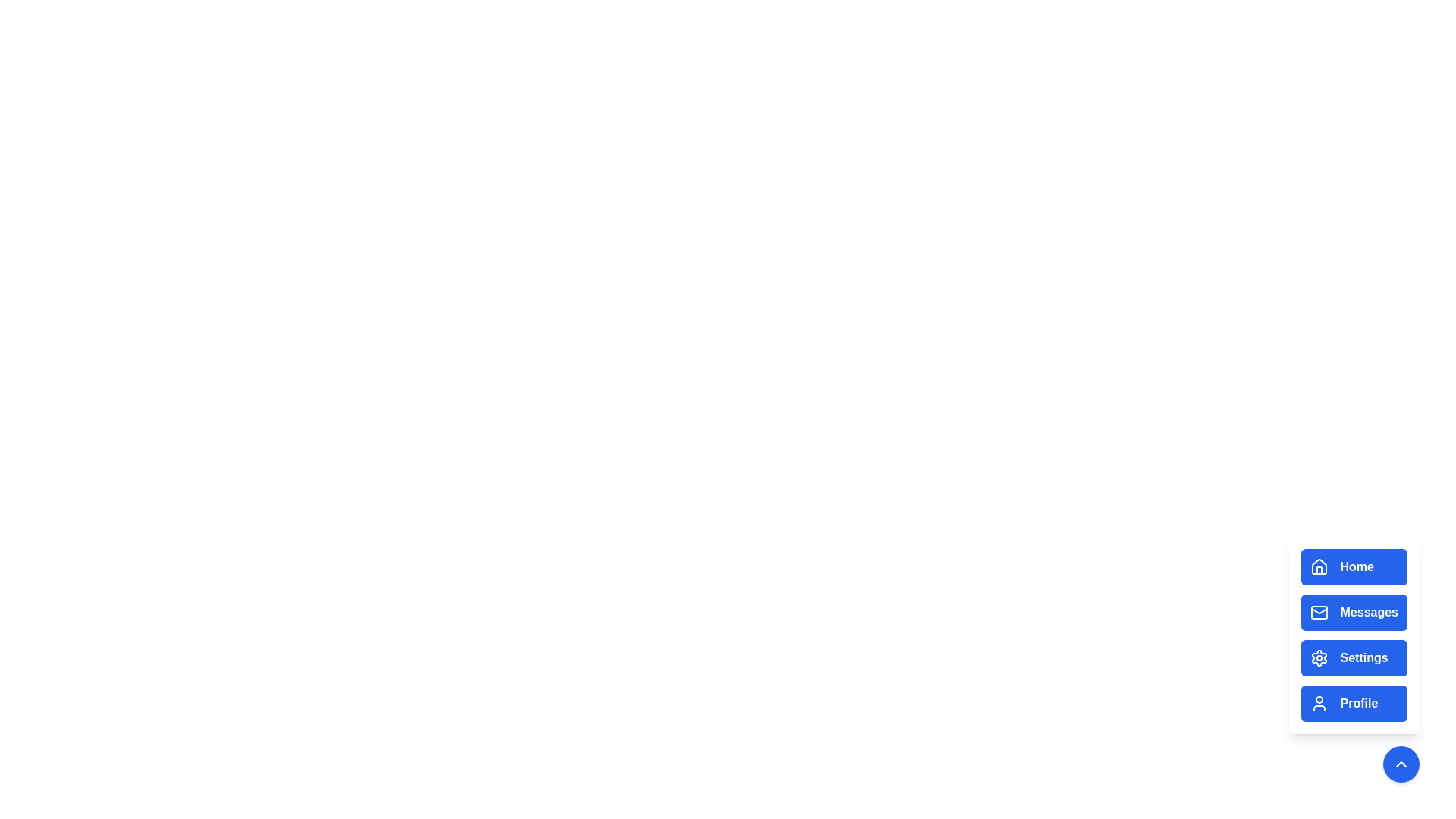 The image size is (1456, 819). Describe the element at coordinates (1354, 611) in the screenshot. I see `the Messages button in the menu` at that location.